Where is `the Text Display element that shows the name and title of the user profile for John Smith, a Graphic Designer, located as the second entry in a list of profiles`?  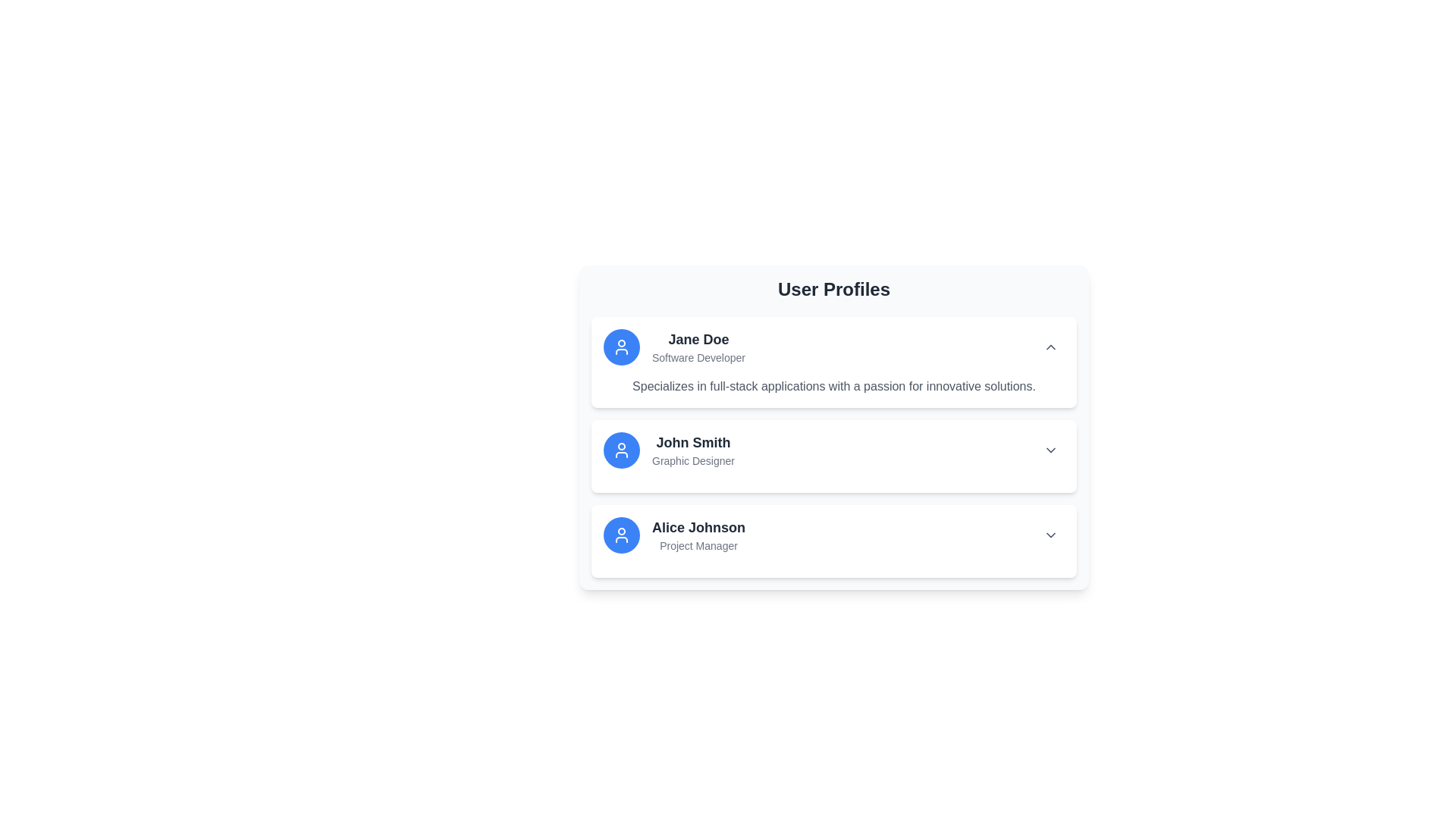
the Text Display element that shows the name and title of the user profile for John Smith, a Graphic Designer, located as the second entry in a list of profiles is located at coordinates (692, 450).